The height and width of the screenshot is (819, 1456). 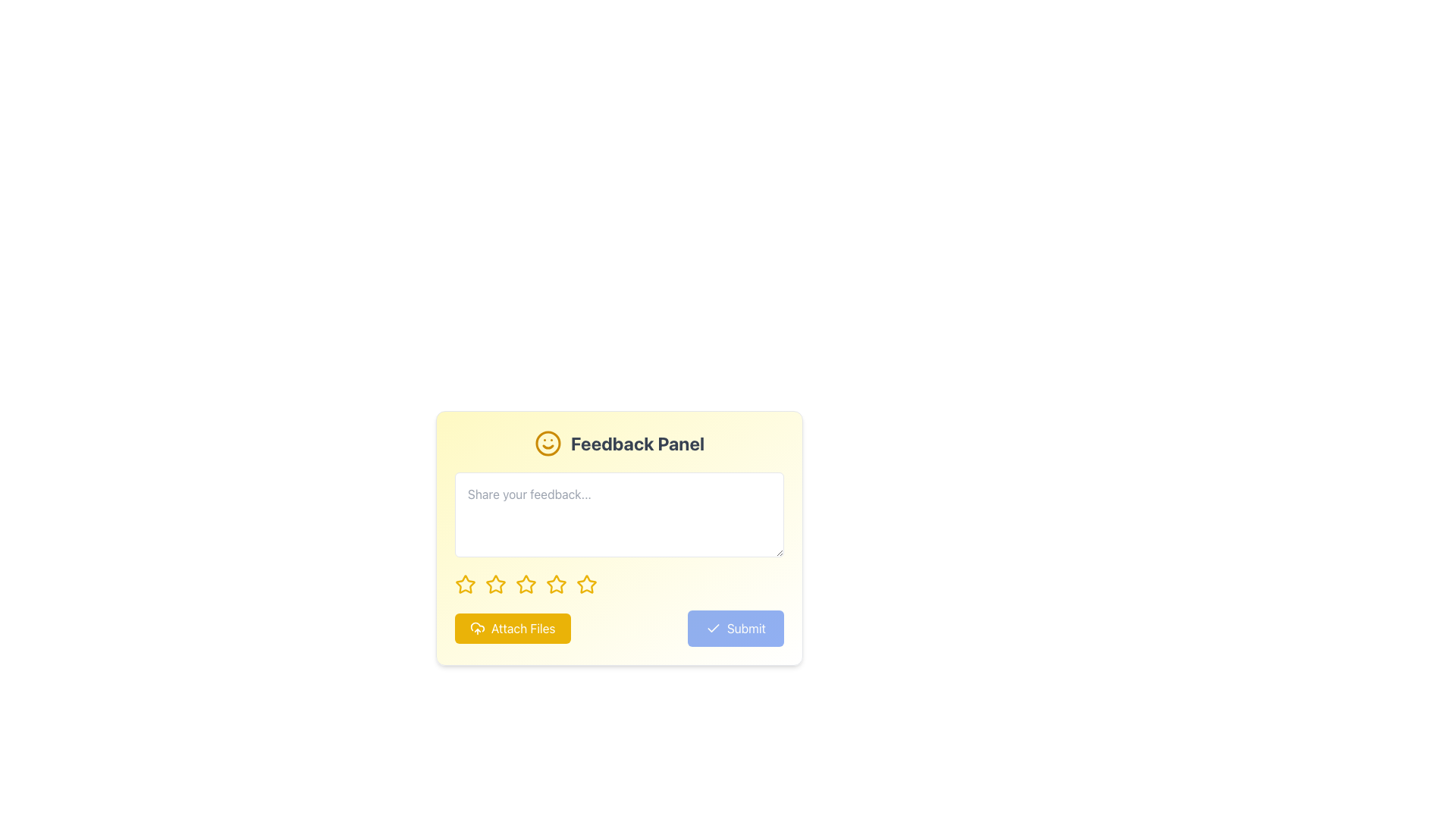 What do you see at coordinates (476, 629) in the screenshot?
I see `the 'Attach Files' button, which includes a Cloud Upload icon, located in the bottom-left corner of the feedback panel` at bounding box center [476, 629].